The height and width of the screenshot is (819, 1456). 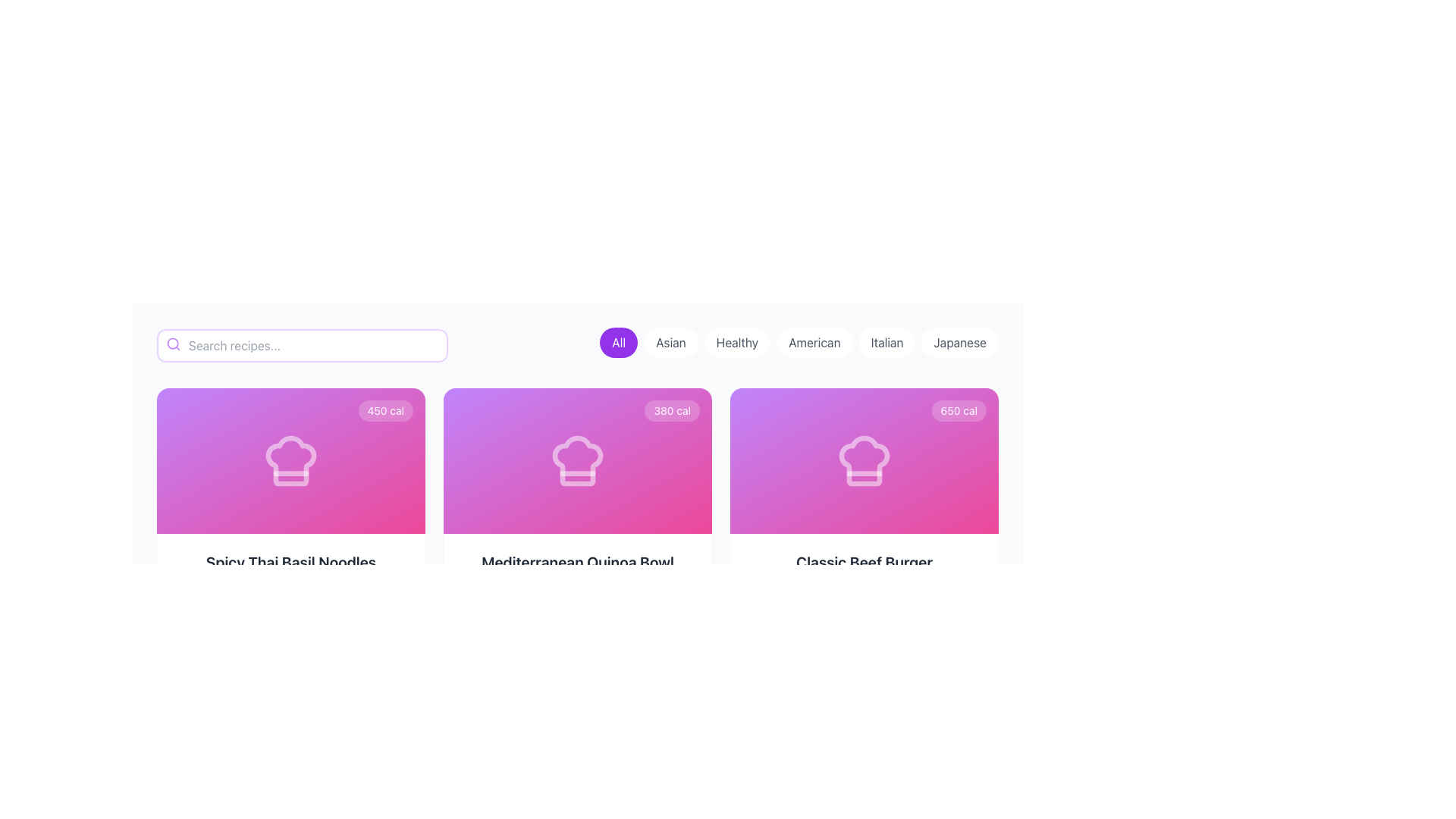 I want to click on the text label that serves as the title of the recipe card, so click(x=291, y=562).